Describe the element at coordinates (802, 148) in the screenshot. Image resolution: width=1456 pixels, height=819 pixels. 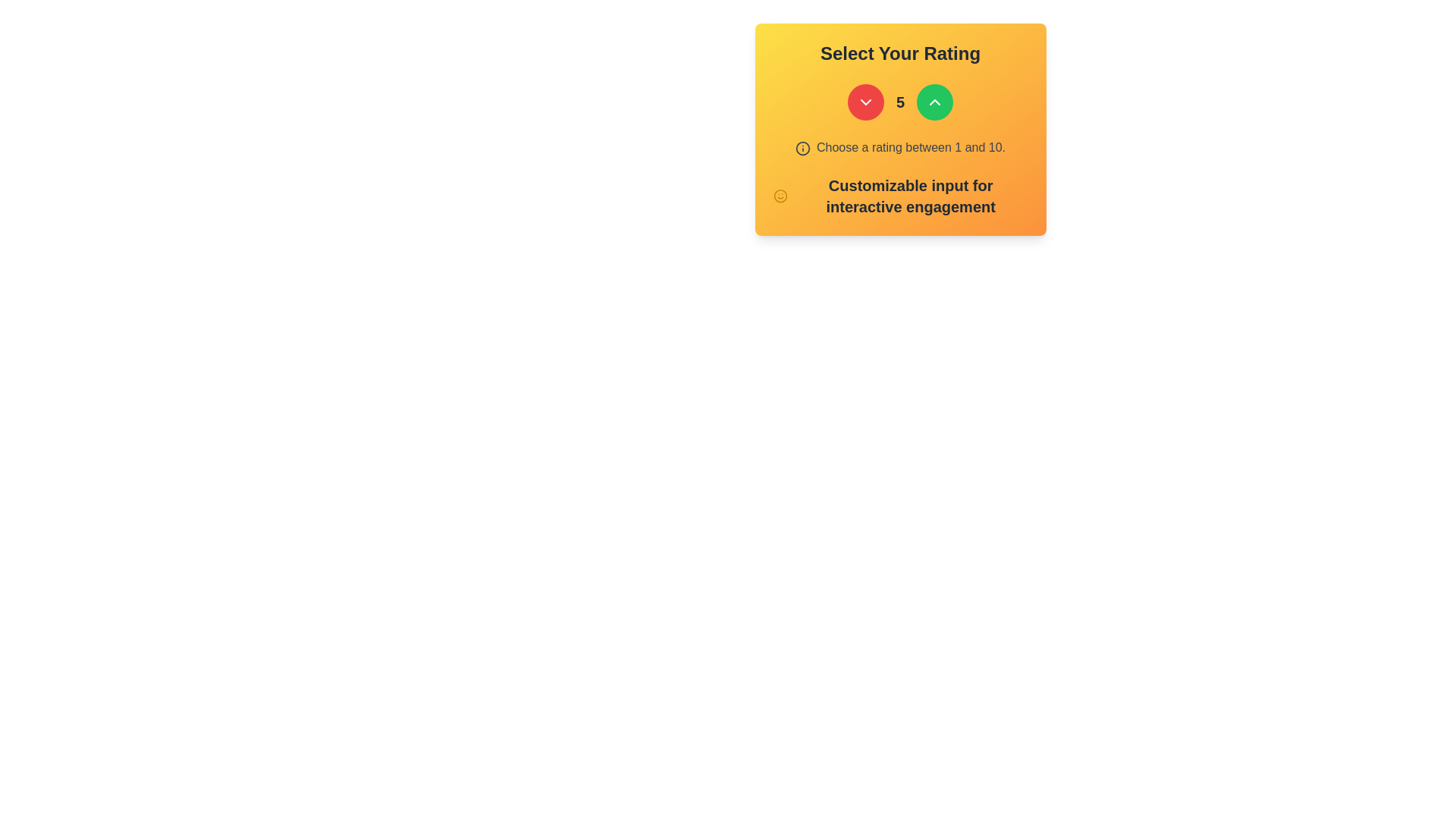
I see `the small circular information icon located to the left of the text 'Choose a rating between 1 and 10.'` at that location.